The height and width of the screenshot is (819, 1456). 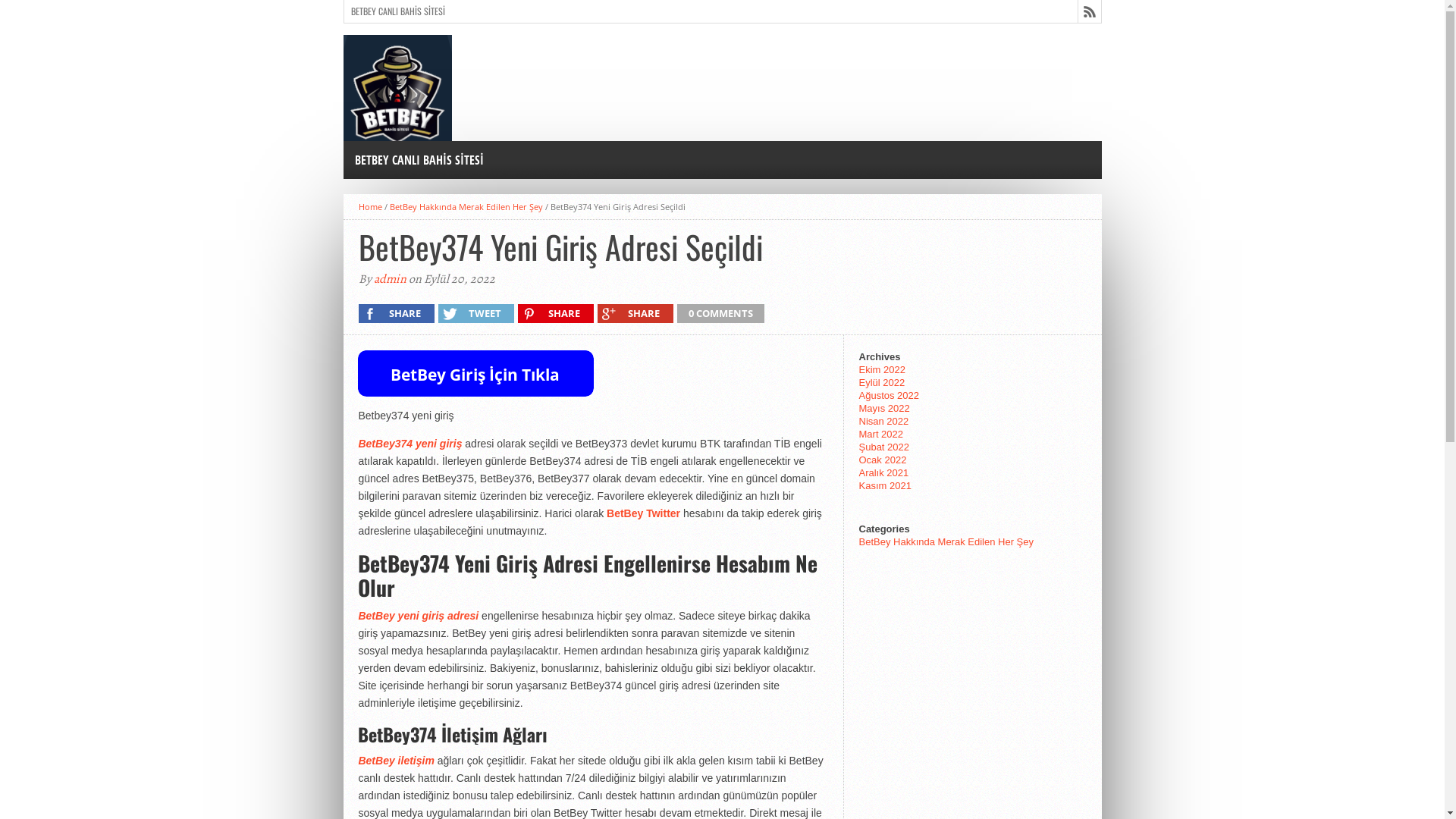 I want to click on 'BETBEY CANLI BAHIS SITESI', so click(x=341, y=160).